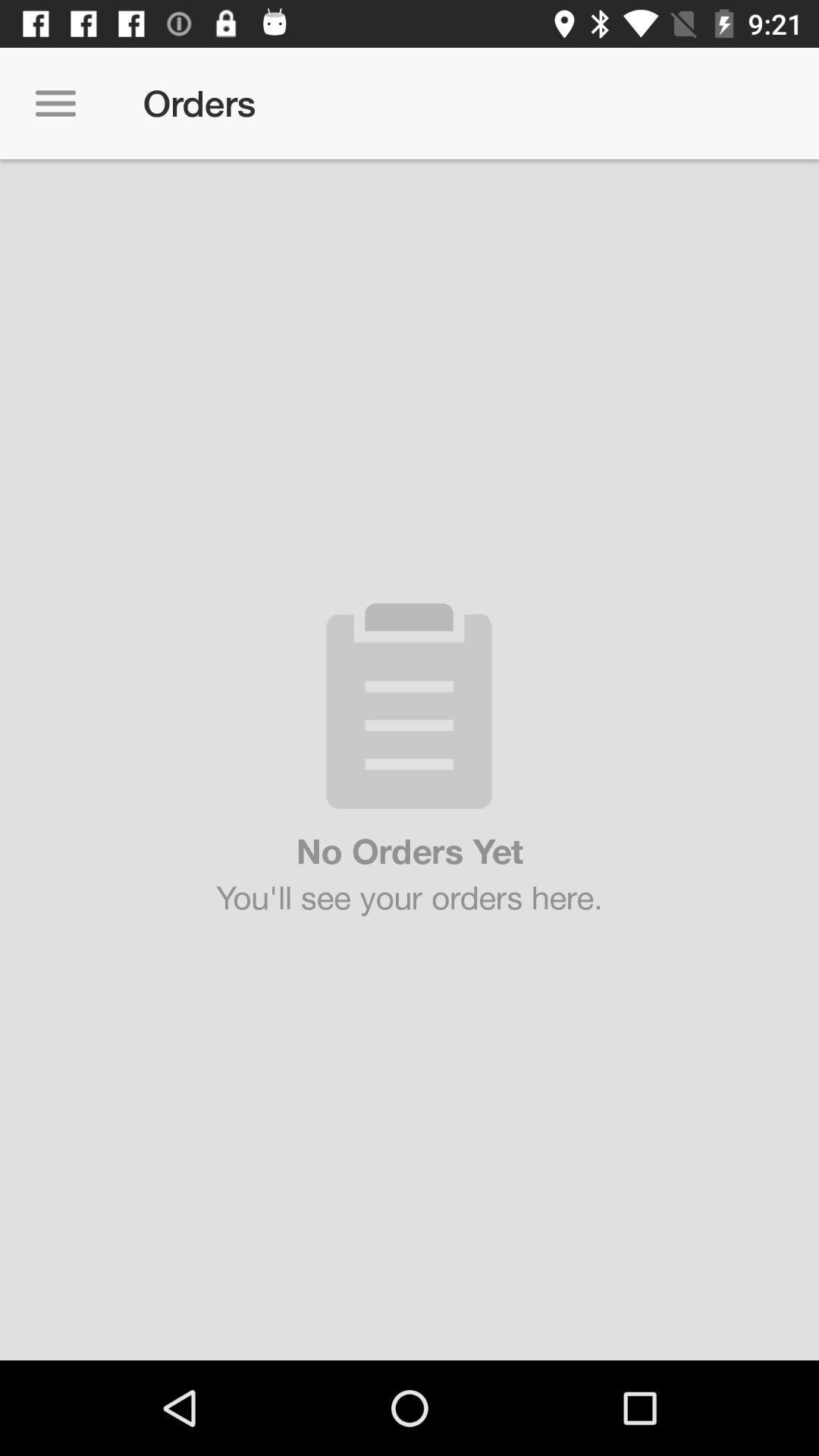  I want to click on the item above no orders yet item, so click(55, 102).